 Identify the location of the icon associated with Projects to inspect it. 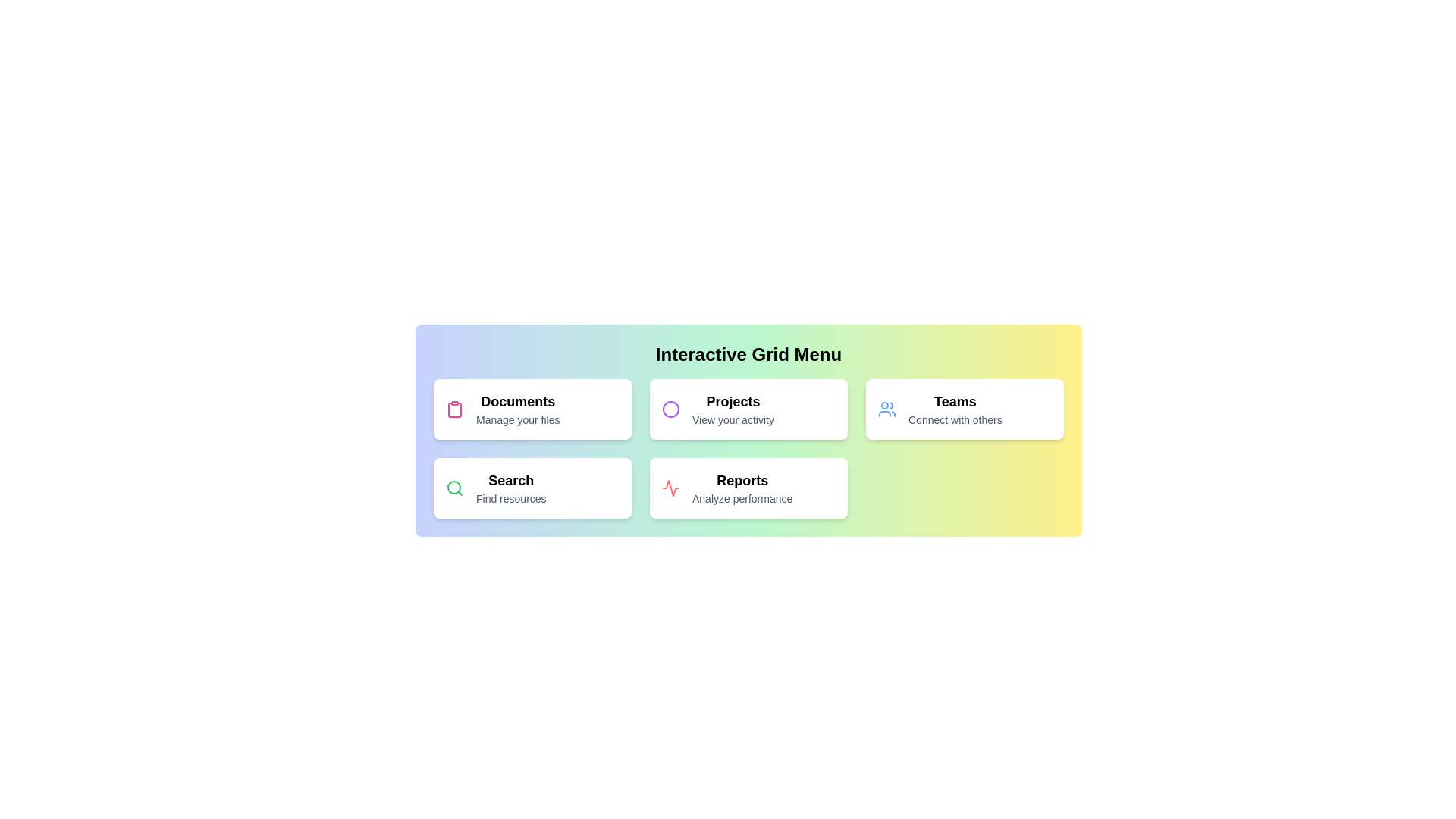
(670, 409).